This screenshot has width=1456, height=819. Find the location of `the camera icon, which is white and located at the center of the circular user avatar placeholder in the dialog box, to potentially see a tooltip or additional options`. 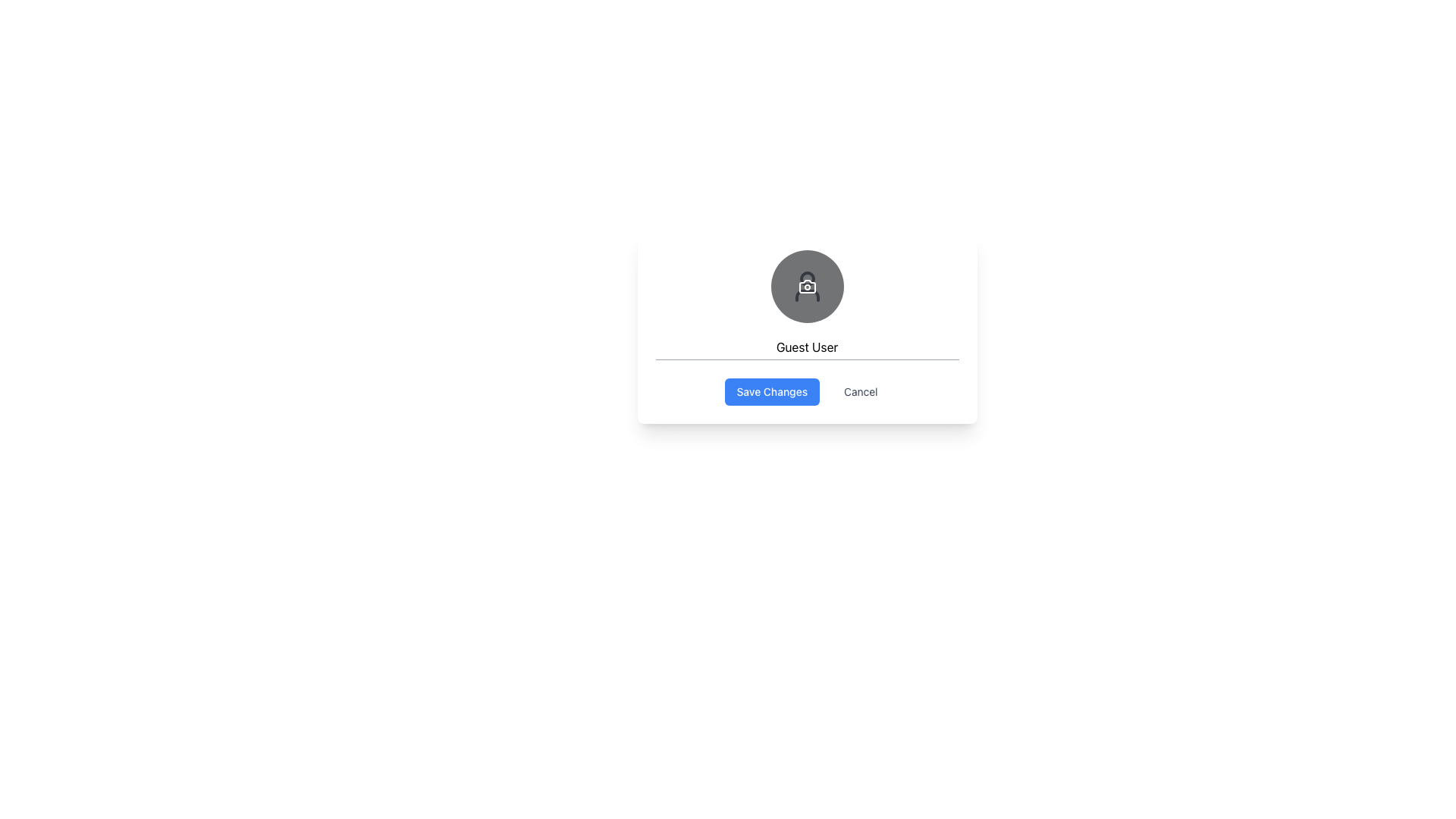

the camera icon, which is white and located at the center of the circular user avatar placeholder in the dialog box, to potentially see a tooltip or additional options is located at coordinates (806, 287).